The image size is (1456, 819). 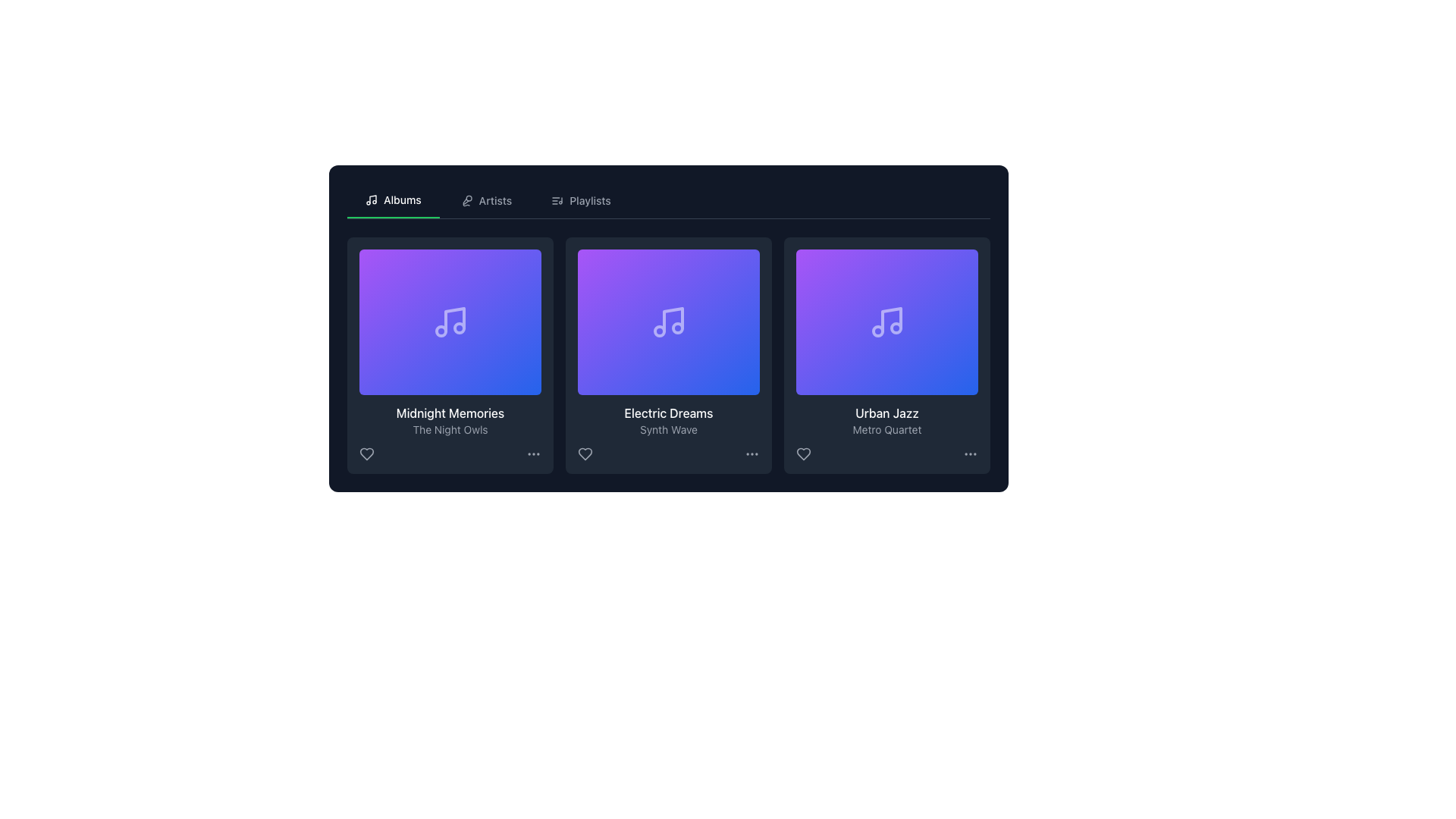 I want to click on the play button represented by the SVG graphical element located at the center of the green circular button in the bottom-right corner of the 'Electric Dreams' card, so click(x=739, y=374).